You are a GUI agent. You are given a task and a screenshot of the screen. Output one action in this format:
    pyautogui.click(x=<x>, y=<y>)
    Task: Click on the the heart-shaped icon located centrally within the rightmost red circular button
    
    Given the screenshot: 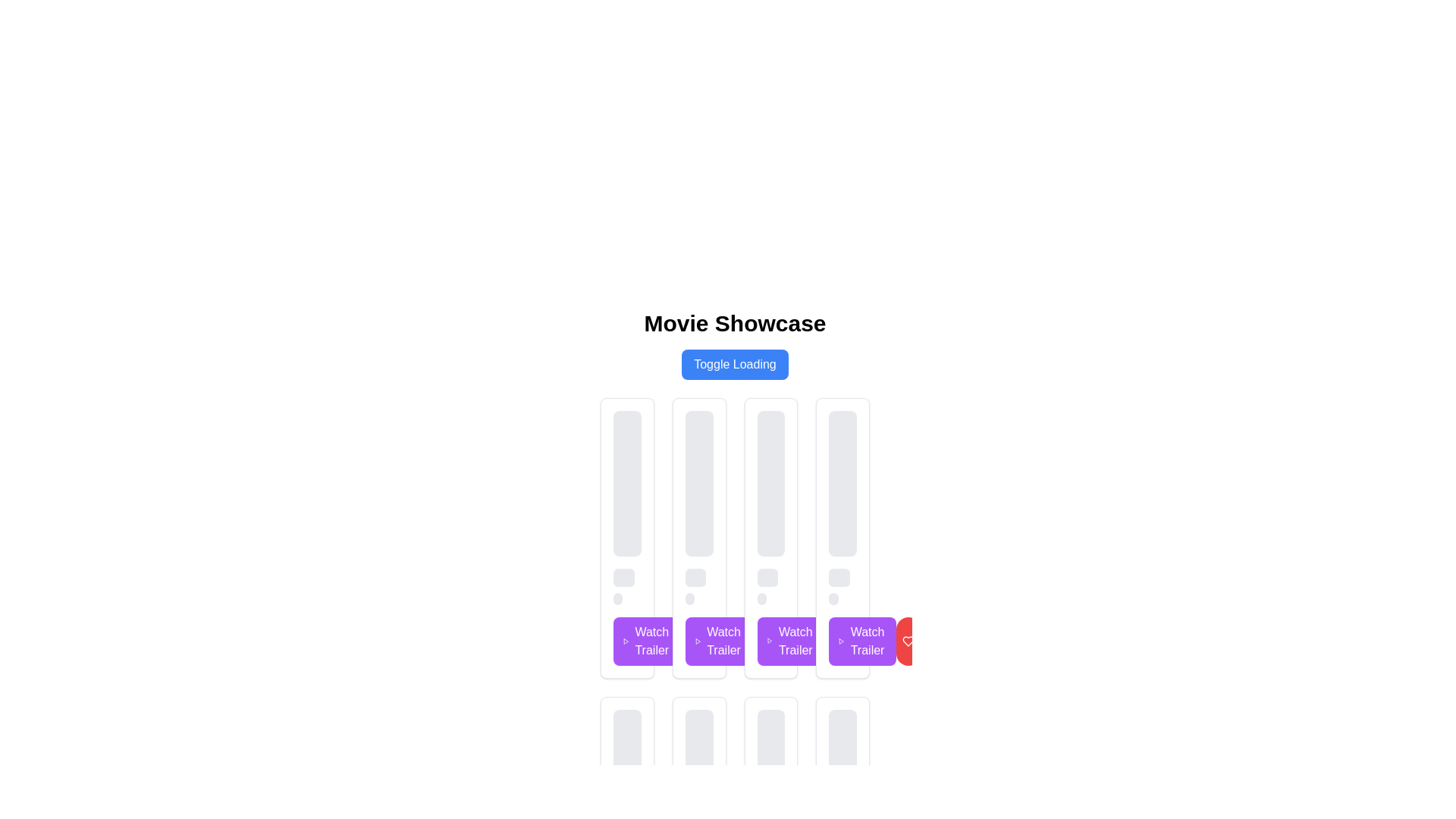 What is the action you would take?
    pyautogui.click(x=908, y=641)
    